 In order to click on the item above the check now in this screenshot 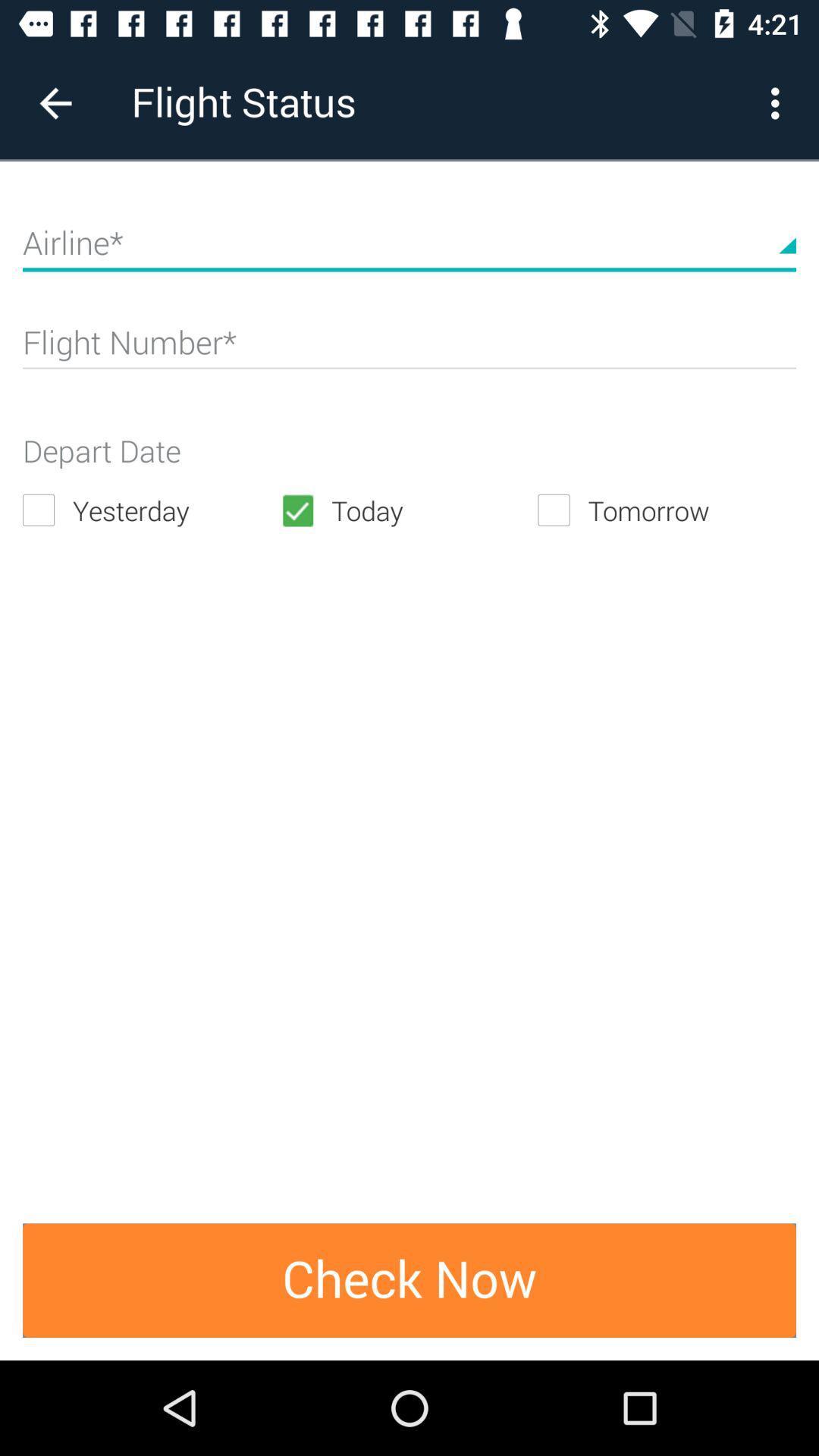, I will do `click(666, 510)`.